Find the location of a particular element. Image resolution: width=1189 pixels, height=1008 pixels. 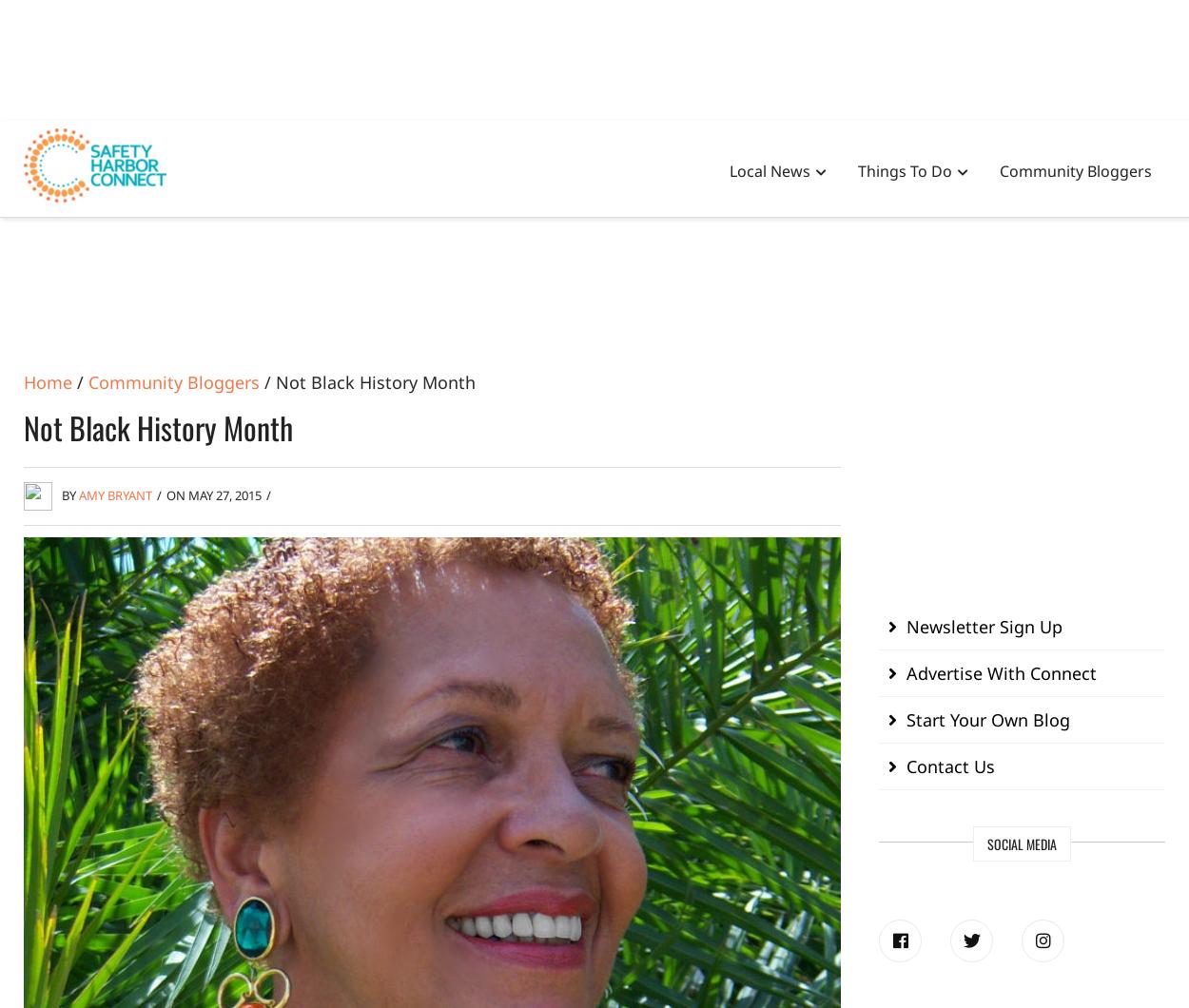

'Advertise With Connect' is located at coordinates (1002, 671).